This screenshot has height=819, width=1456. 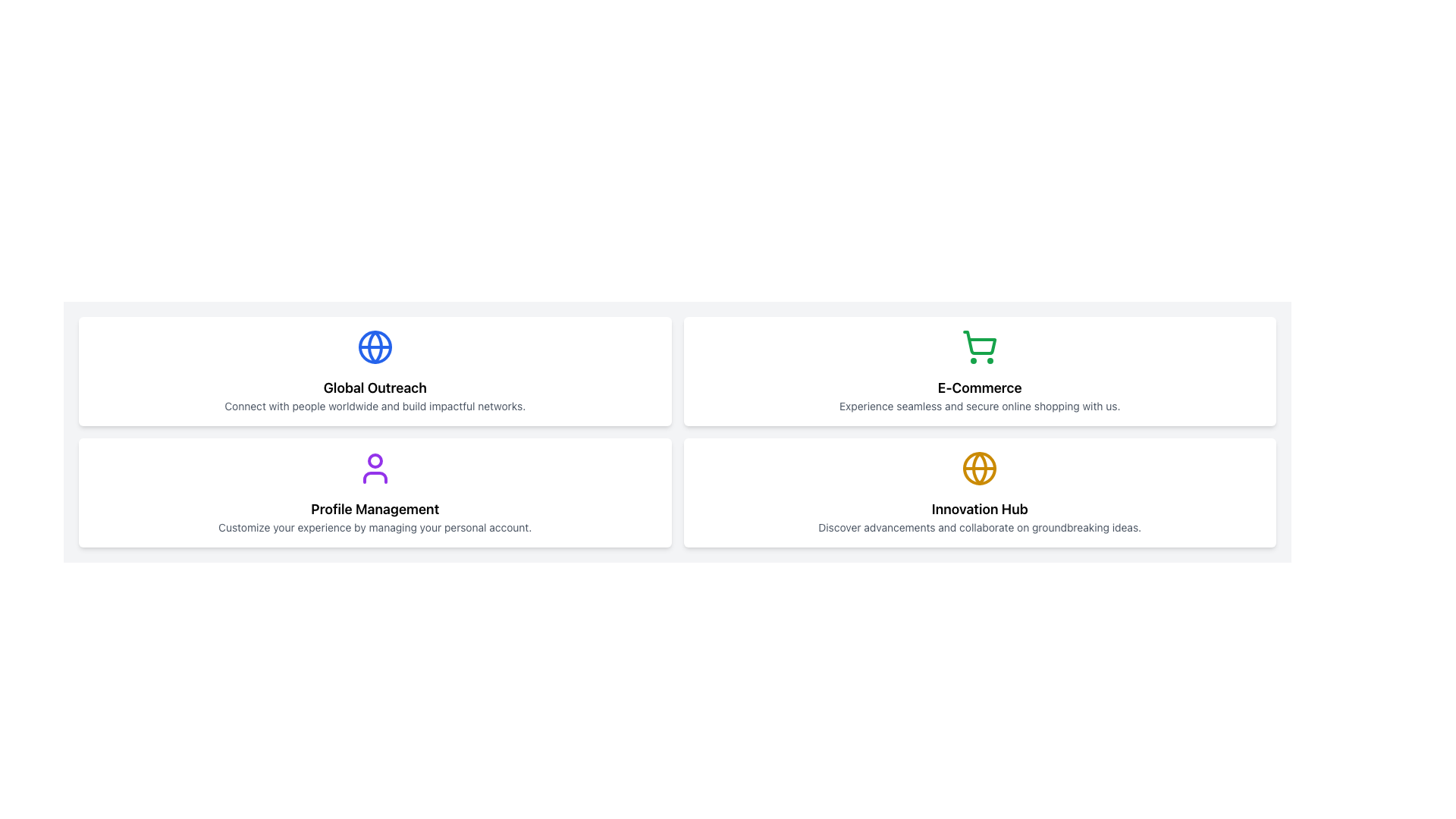 I want to click on the internal structure of the green shopping cart icon in the 'E-Commerce' section, which is prominently positioned above the title and centrally aligned with the panel's content, so click(x=980, y=343).